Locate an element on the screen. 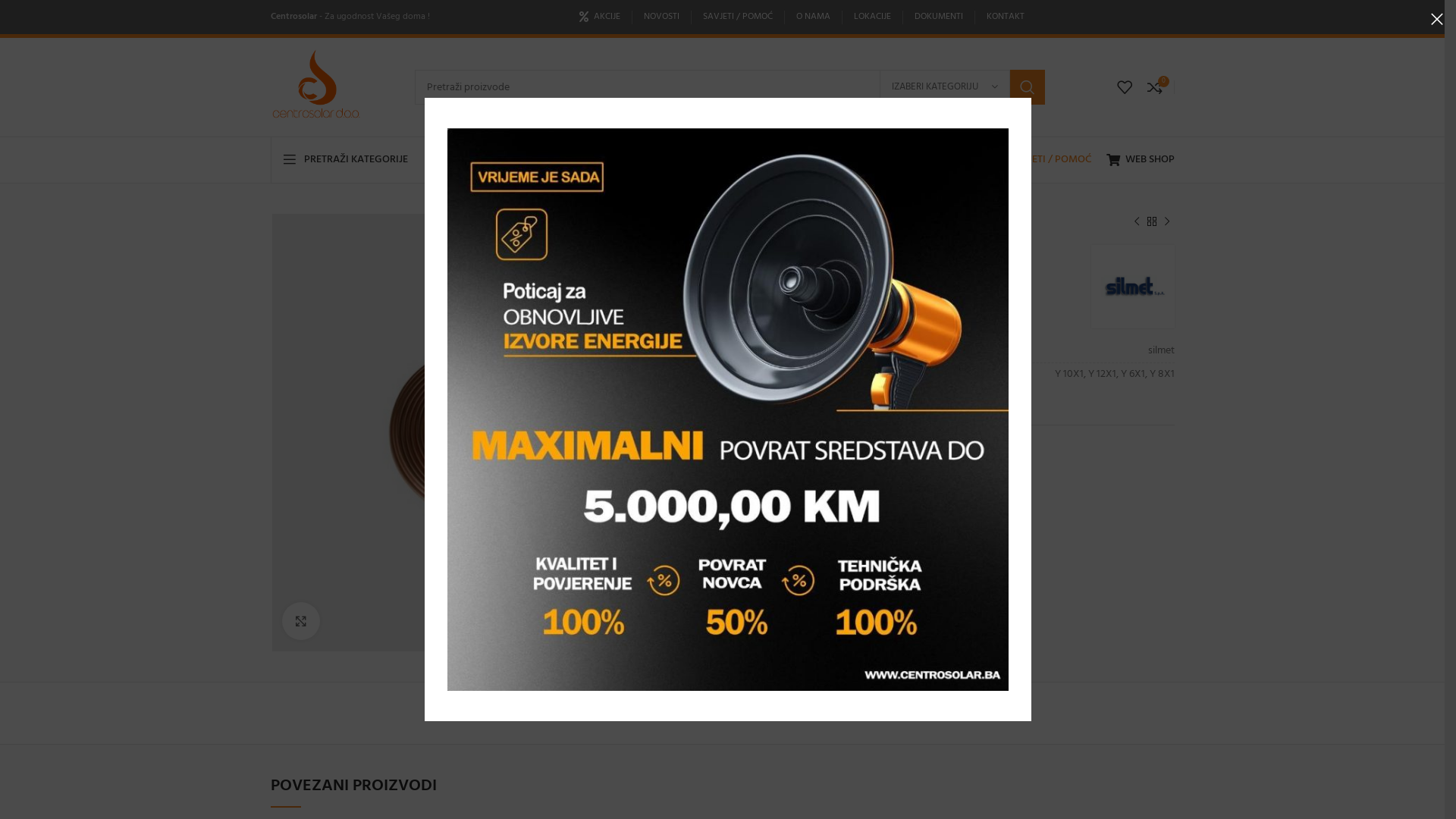  'WEB SHOP' is located at coordinates (1139, 160).